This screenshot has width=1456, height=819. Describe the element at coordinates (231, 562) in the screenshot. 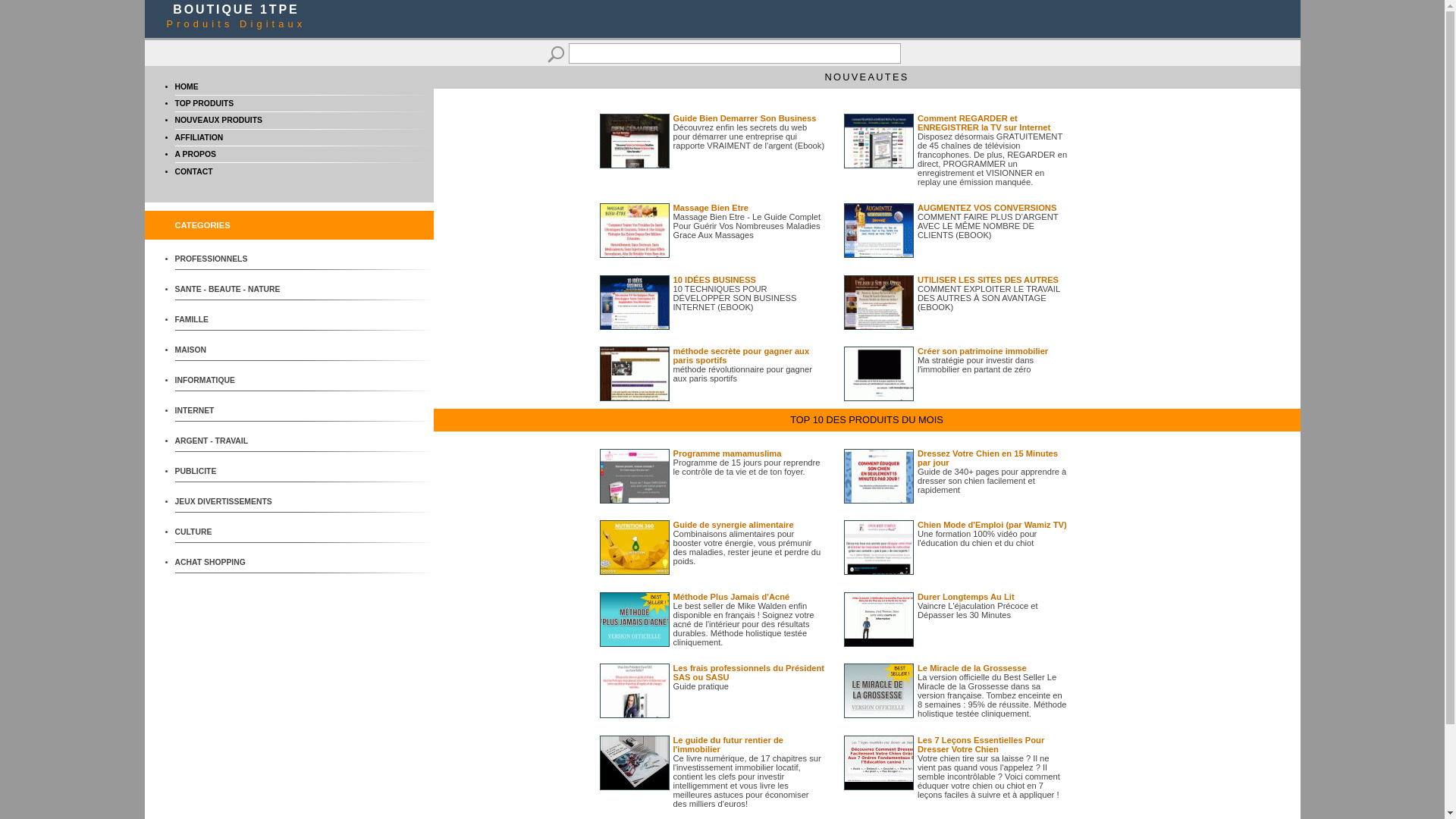

I see `'ACHAT SHOPPING'` at that location.